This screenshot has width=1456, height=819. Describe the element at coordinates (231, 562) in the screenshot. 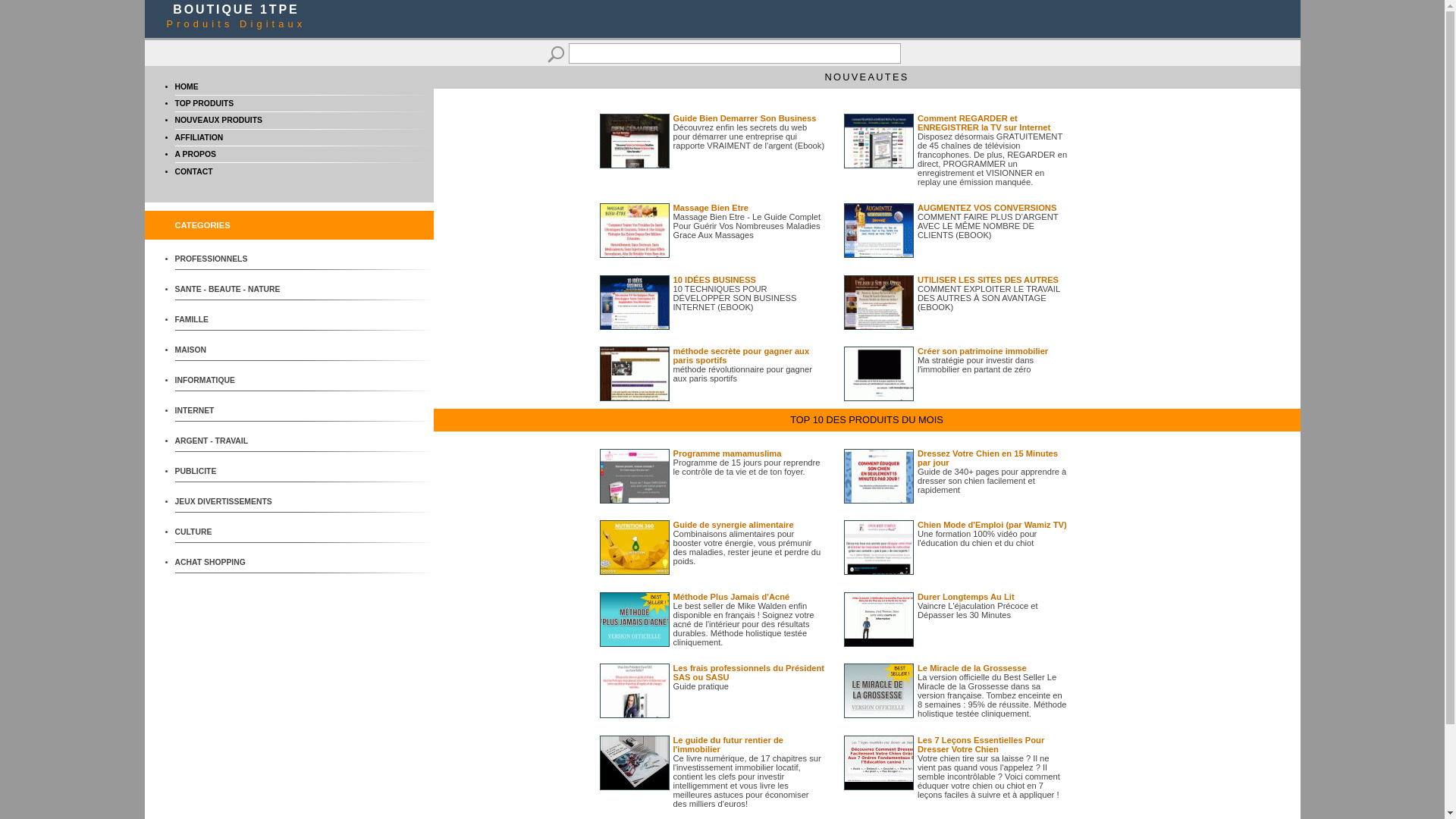

I see `'ACHAT SHOPPING'` at that location.